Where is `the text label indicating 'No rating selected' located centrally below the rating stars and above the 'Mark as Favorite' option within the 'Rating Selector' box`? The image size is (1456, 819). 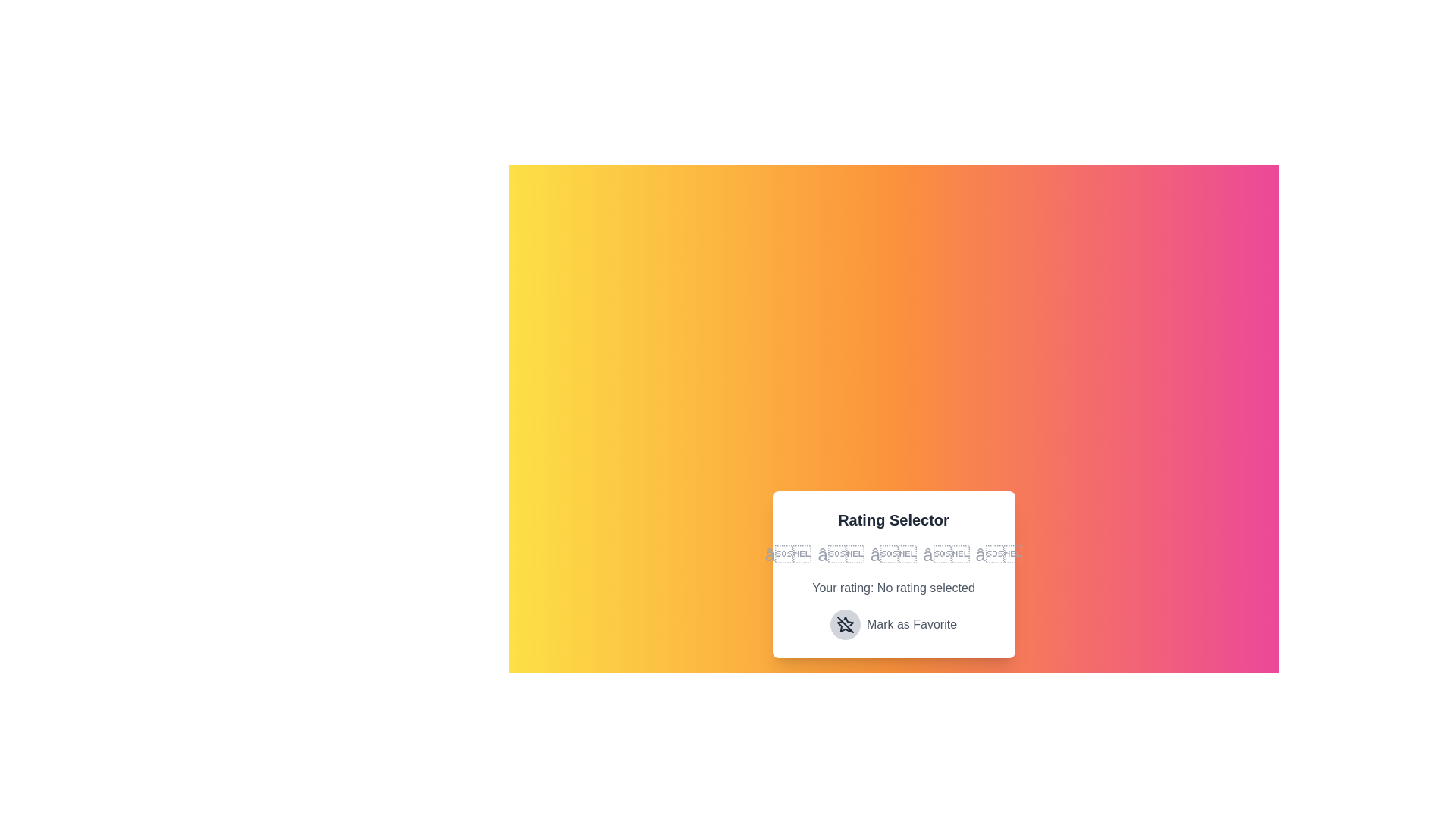
the text label indicating 'No rating selected' located centrally below the rating stars and above the 'Mark as Favorite' option within the 'Rating Selector' box is located at coordinates (893, 587).